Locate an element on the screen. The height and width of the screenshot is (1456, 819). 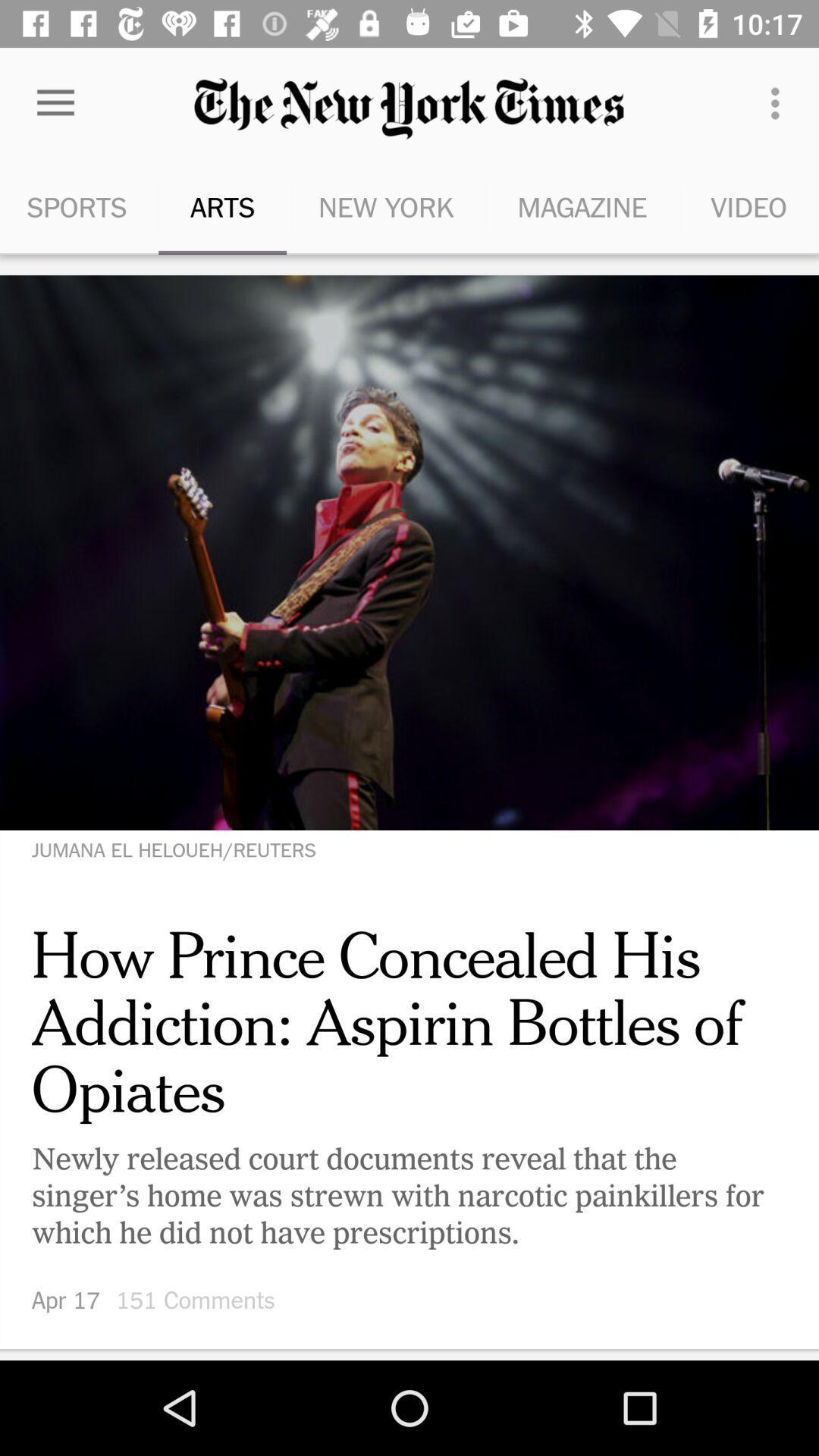
icon next to new york icon is located at coordinates (581, 206).